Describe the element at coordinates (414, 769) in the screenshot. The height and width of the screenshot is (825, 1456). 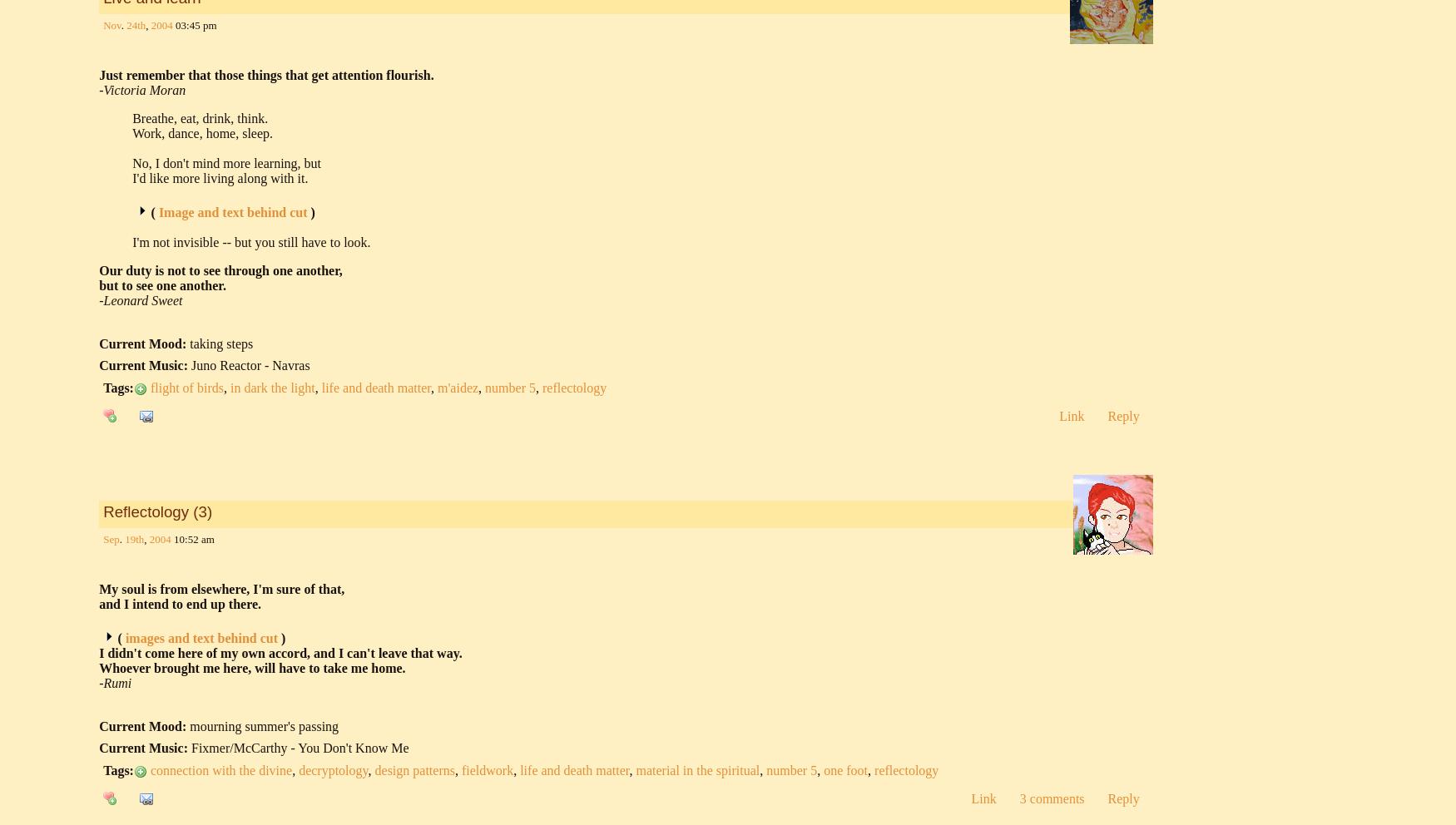
I see `'design patterns'` at that location.